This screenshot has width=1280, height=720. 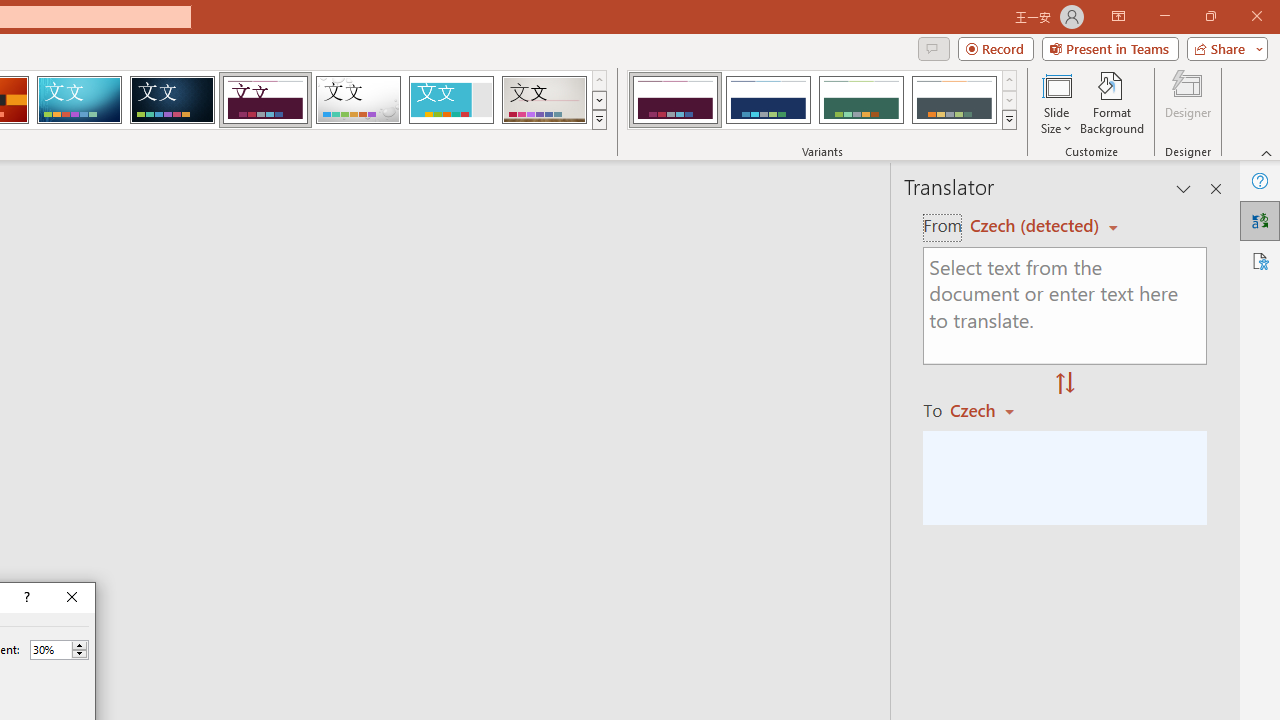 I want to click on 'Format Background', so click(x=1111, y=103).